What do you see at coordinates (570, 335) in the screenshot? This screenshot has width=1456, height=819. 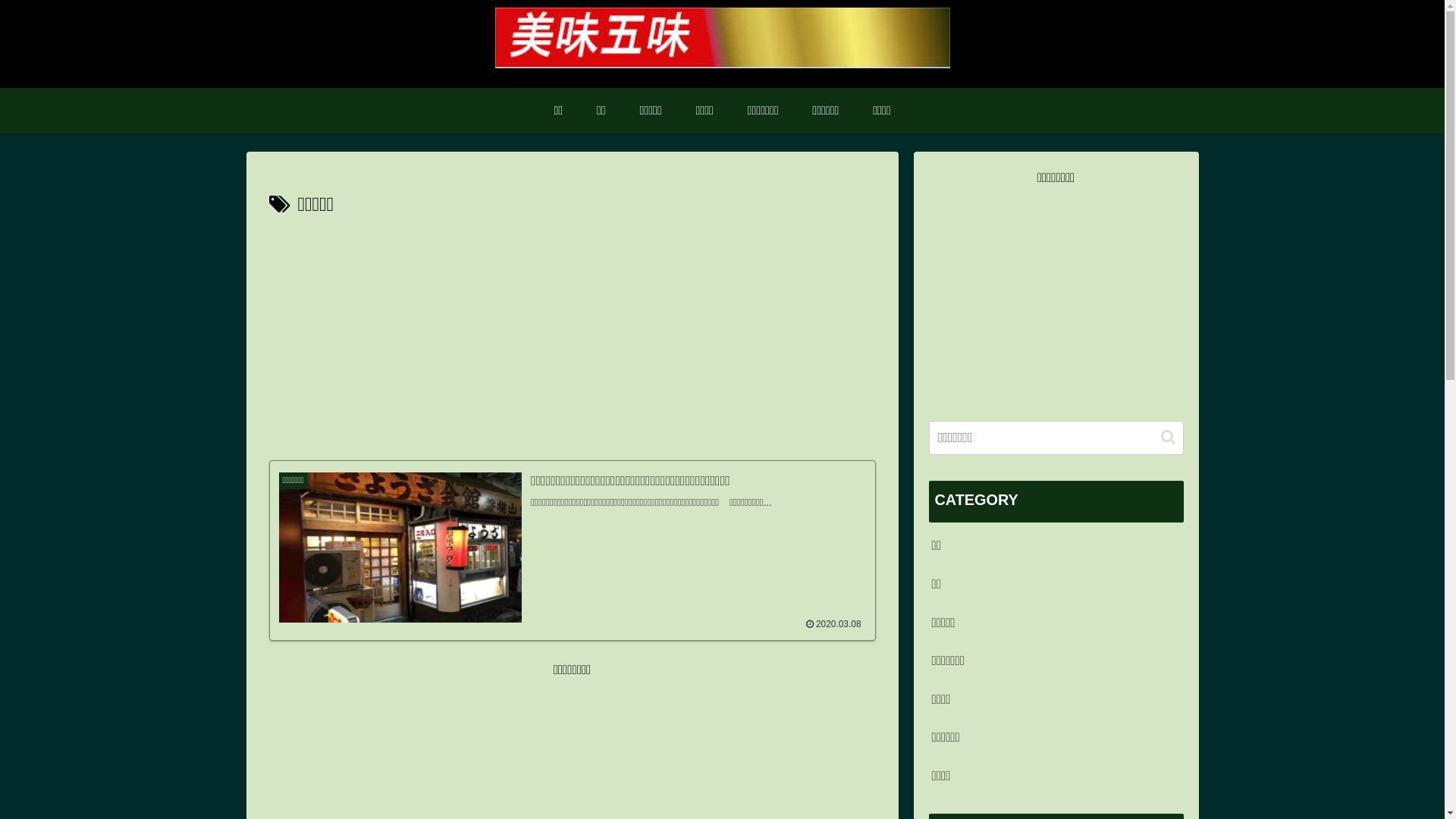 I see `'Advertisement'` at bounding box center [570, 335].